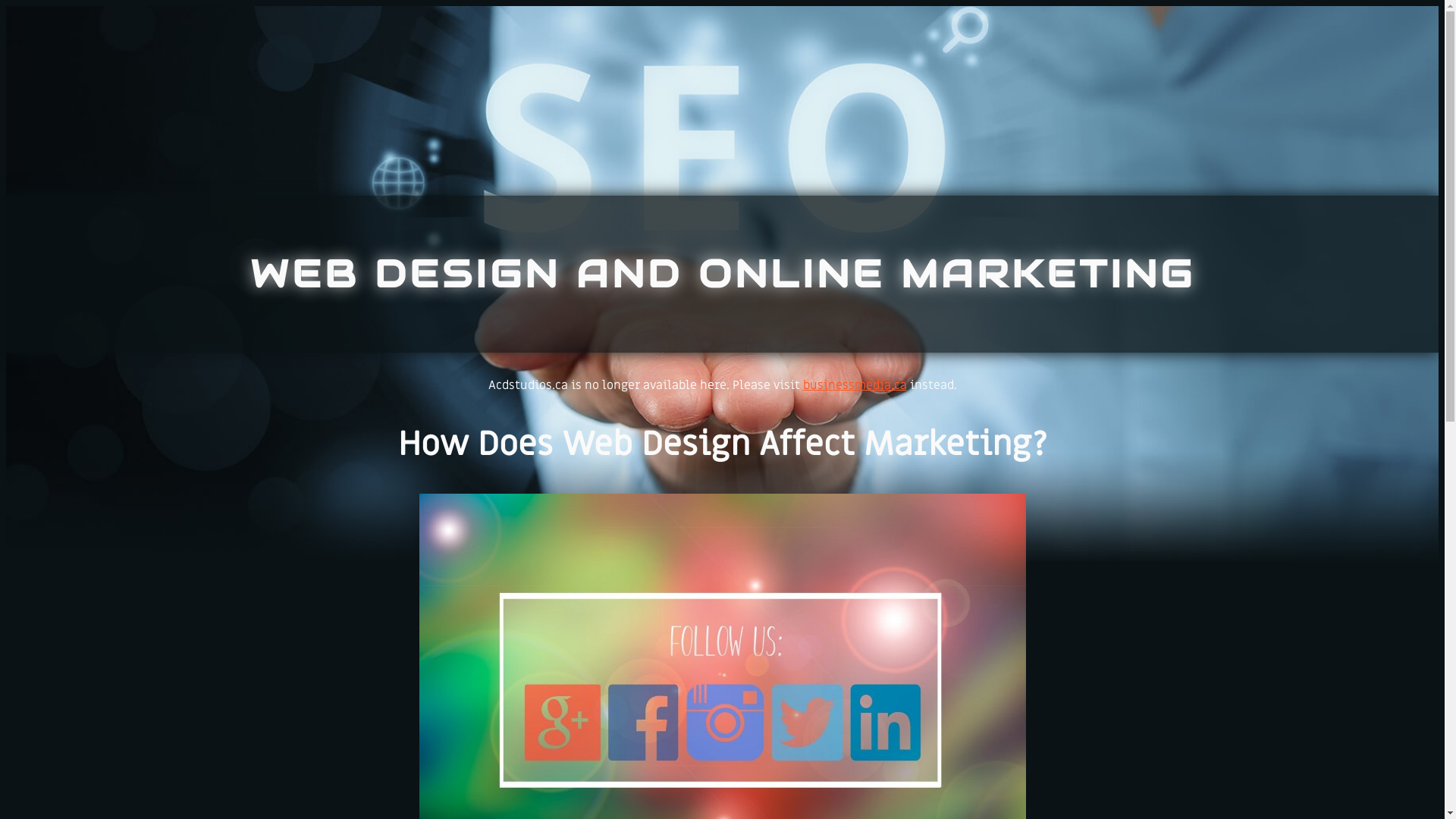  Describe the element at coordinates (801, 384) in the screenshot. I see `'businessmedia.ca'` at that location.